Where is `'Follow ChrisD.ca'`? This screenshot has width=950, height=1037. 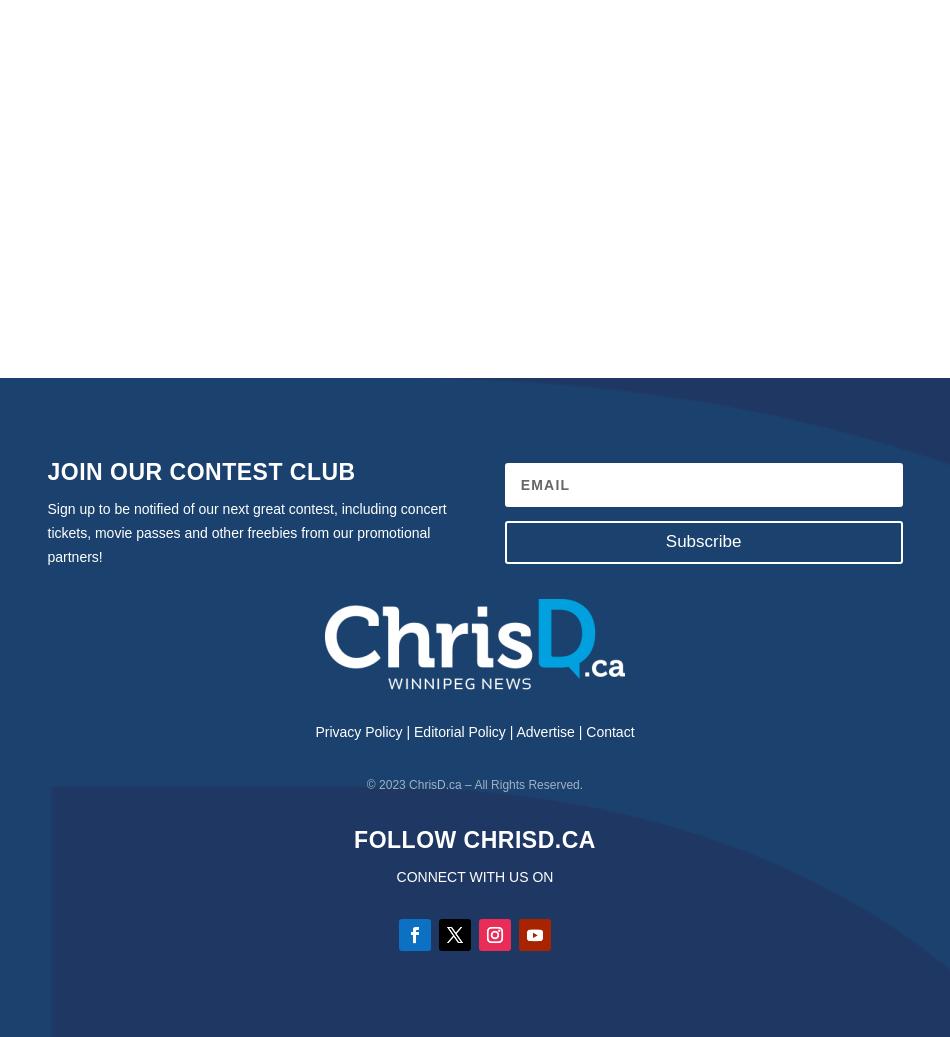 'Follow ChrisD.ca' is located at coordinates (473, 839).